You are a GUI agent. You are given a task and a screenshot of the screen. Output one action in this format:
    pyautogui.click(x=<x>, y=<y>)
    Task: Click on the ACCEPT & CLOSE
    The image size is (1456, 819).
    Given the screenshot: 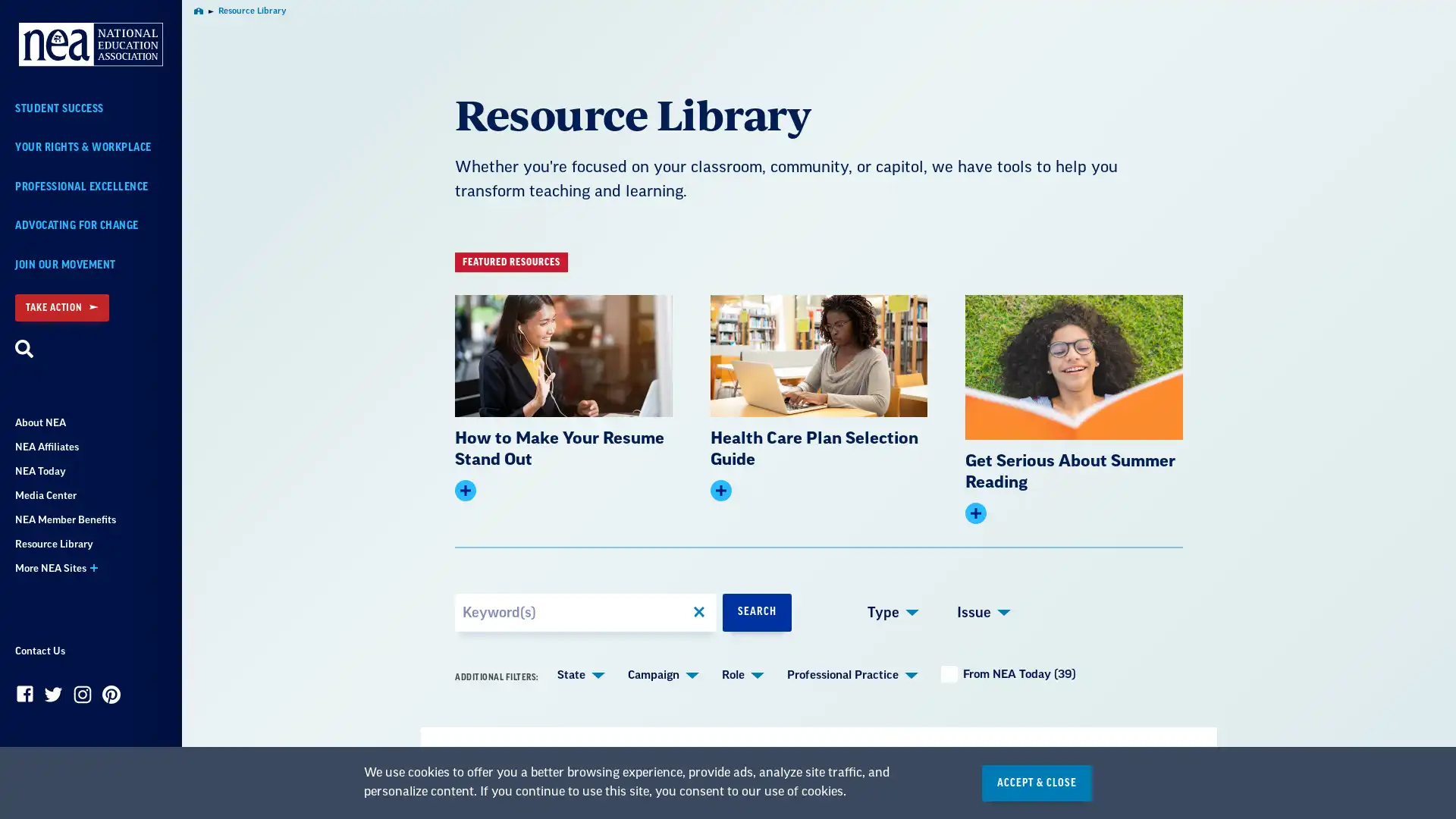 What is the action you would take?
    pyautogui.click(x=1036, y=783)
    